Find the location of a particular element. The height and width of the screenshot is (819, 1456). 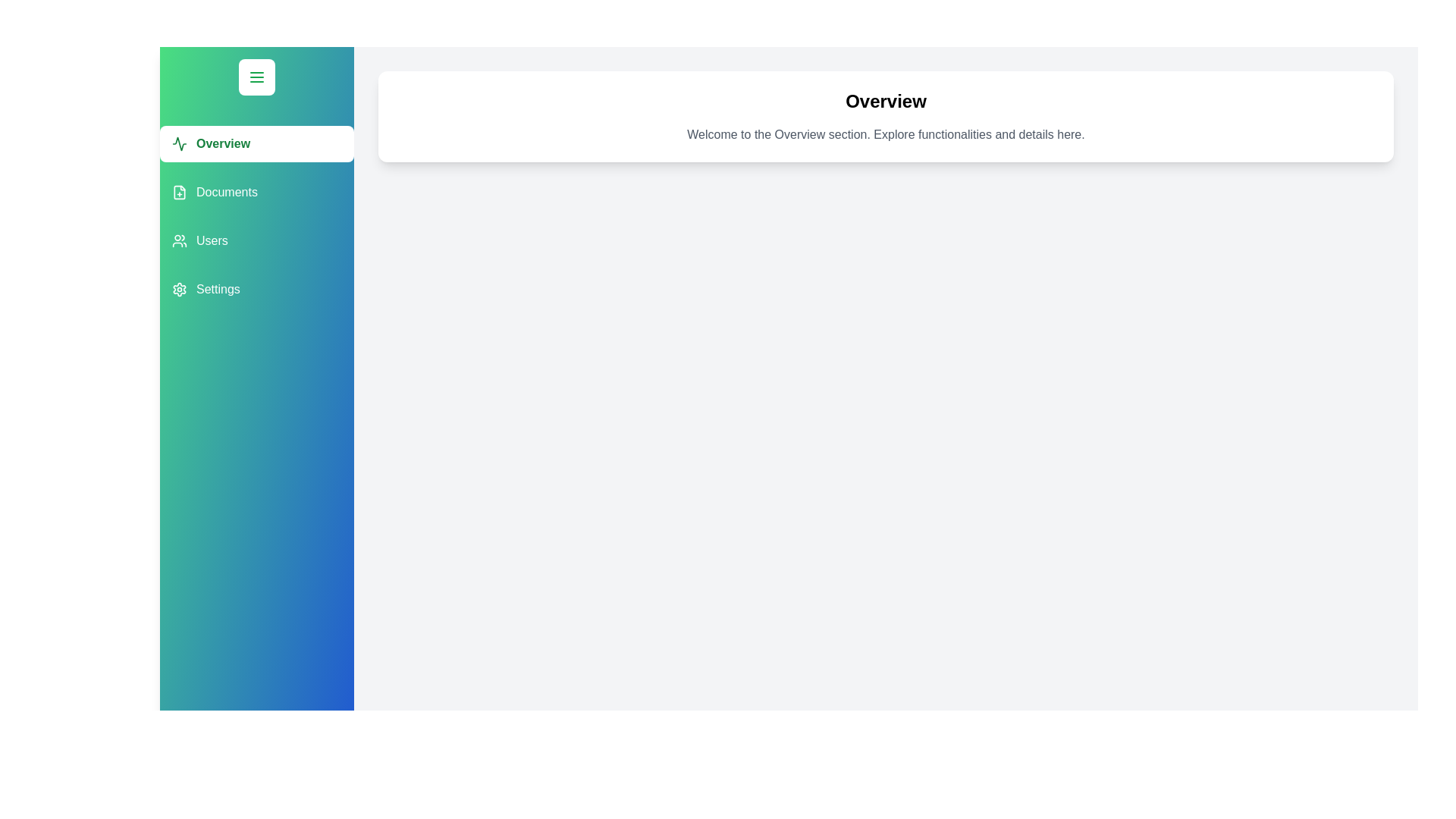

the button labeled Documents is located at coordinates (257, 192).